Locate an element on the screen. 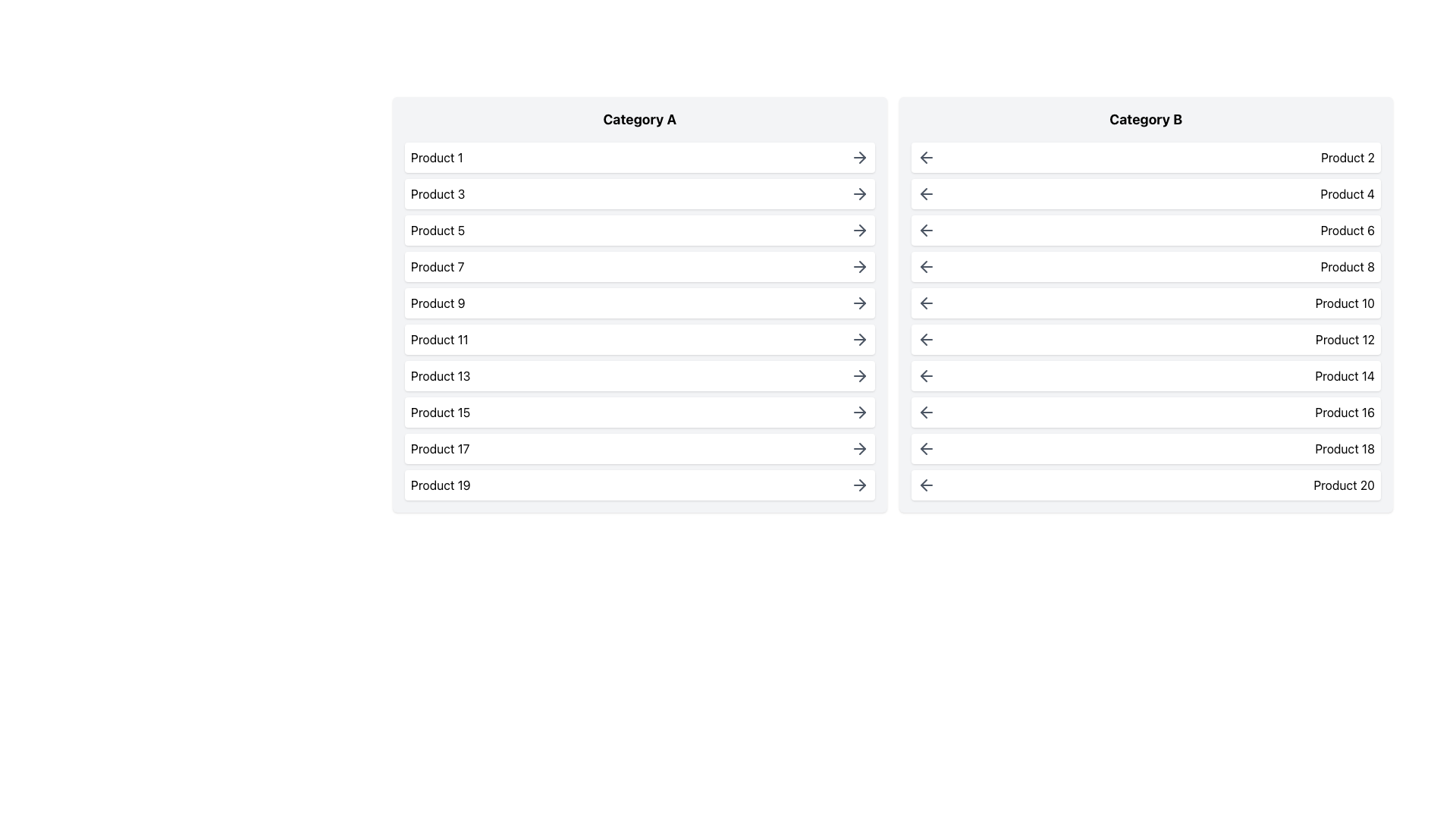 Image resolution: width=1456 pixels, height=819 pixels. the seventh list item in the 'Category A' column that allows navigation or interaction with 'Product 13' is located at coordinates (639, 375).